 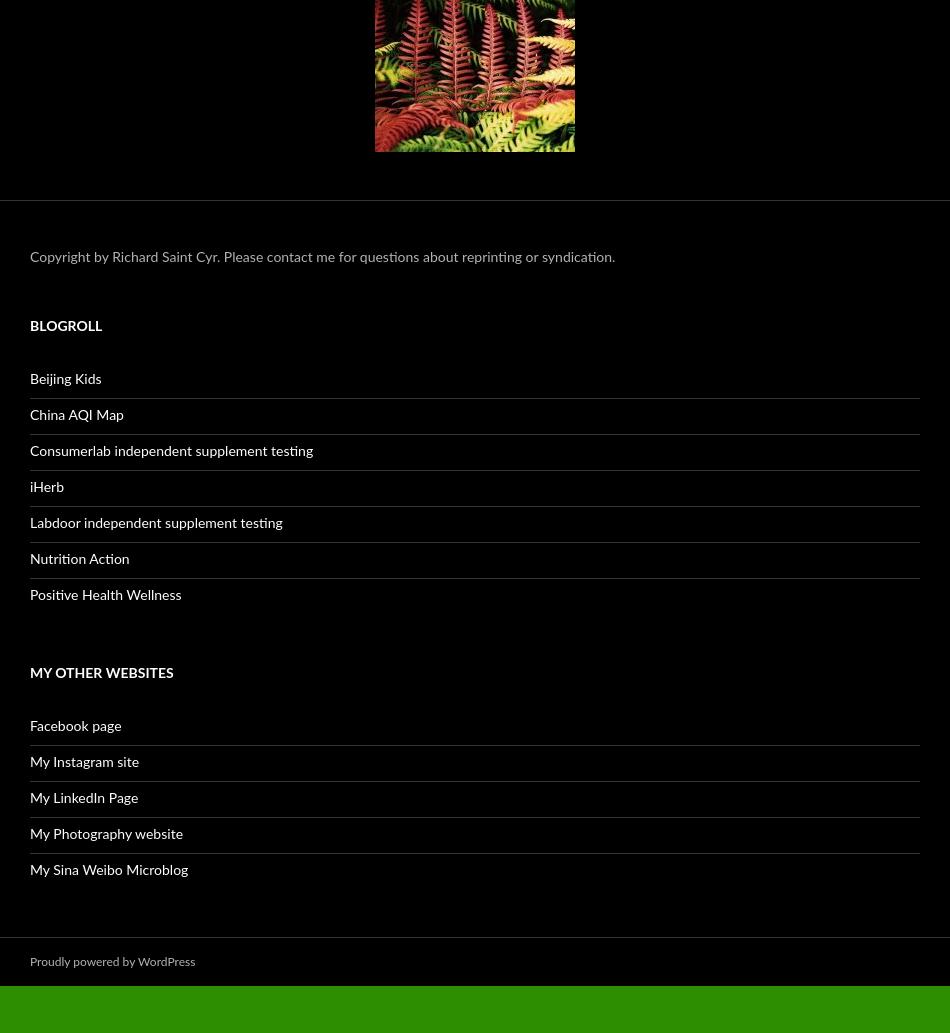 I want to click on 'Facebook page', so click(x=75, y=725).